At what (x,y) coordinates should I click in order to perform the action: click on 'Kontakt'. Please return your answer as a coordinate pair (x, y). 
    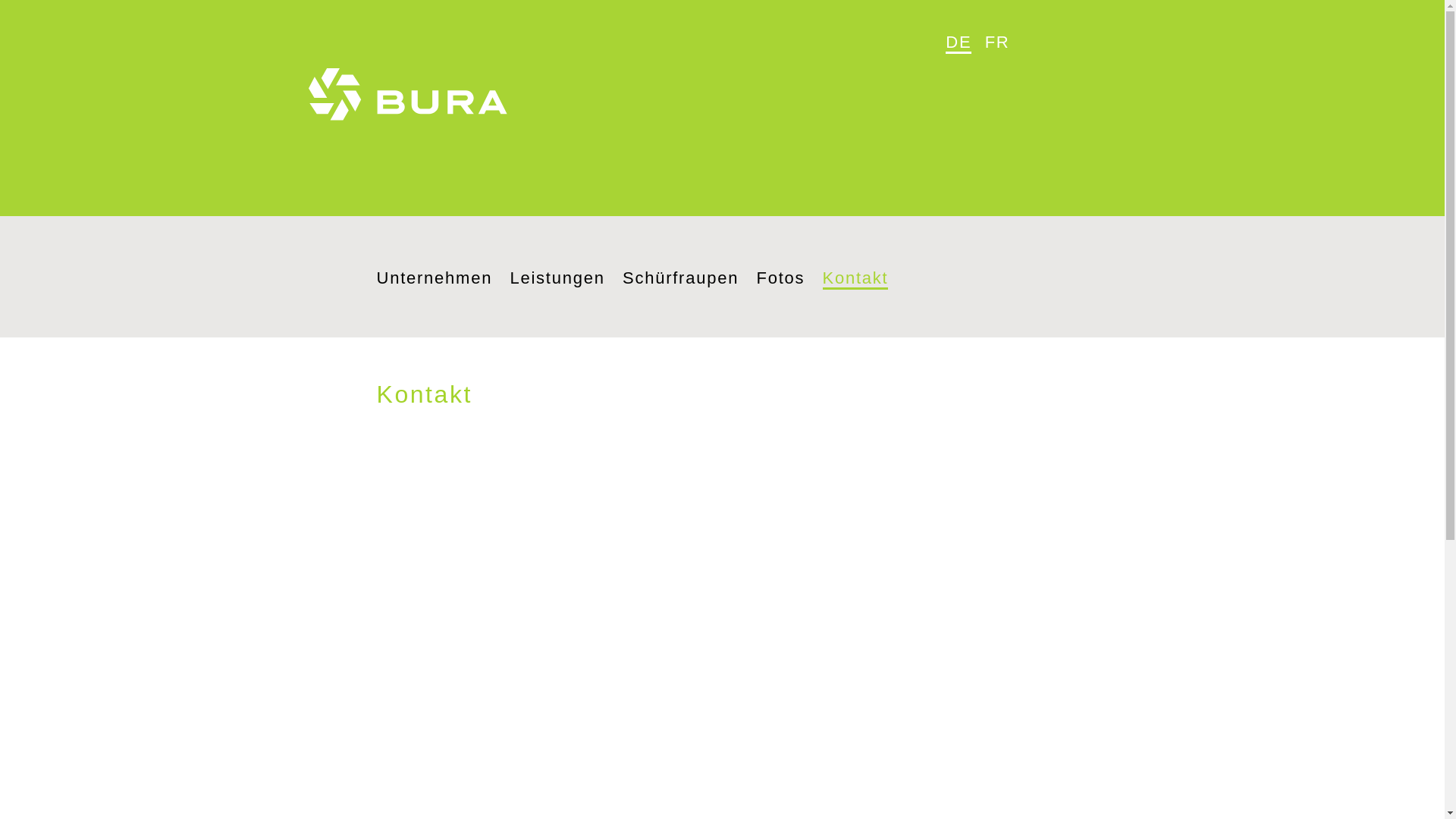
    Looking at the image, I should click on (855, 278).